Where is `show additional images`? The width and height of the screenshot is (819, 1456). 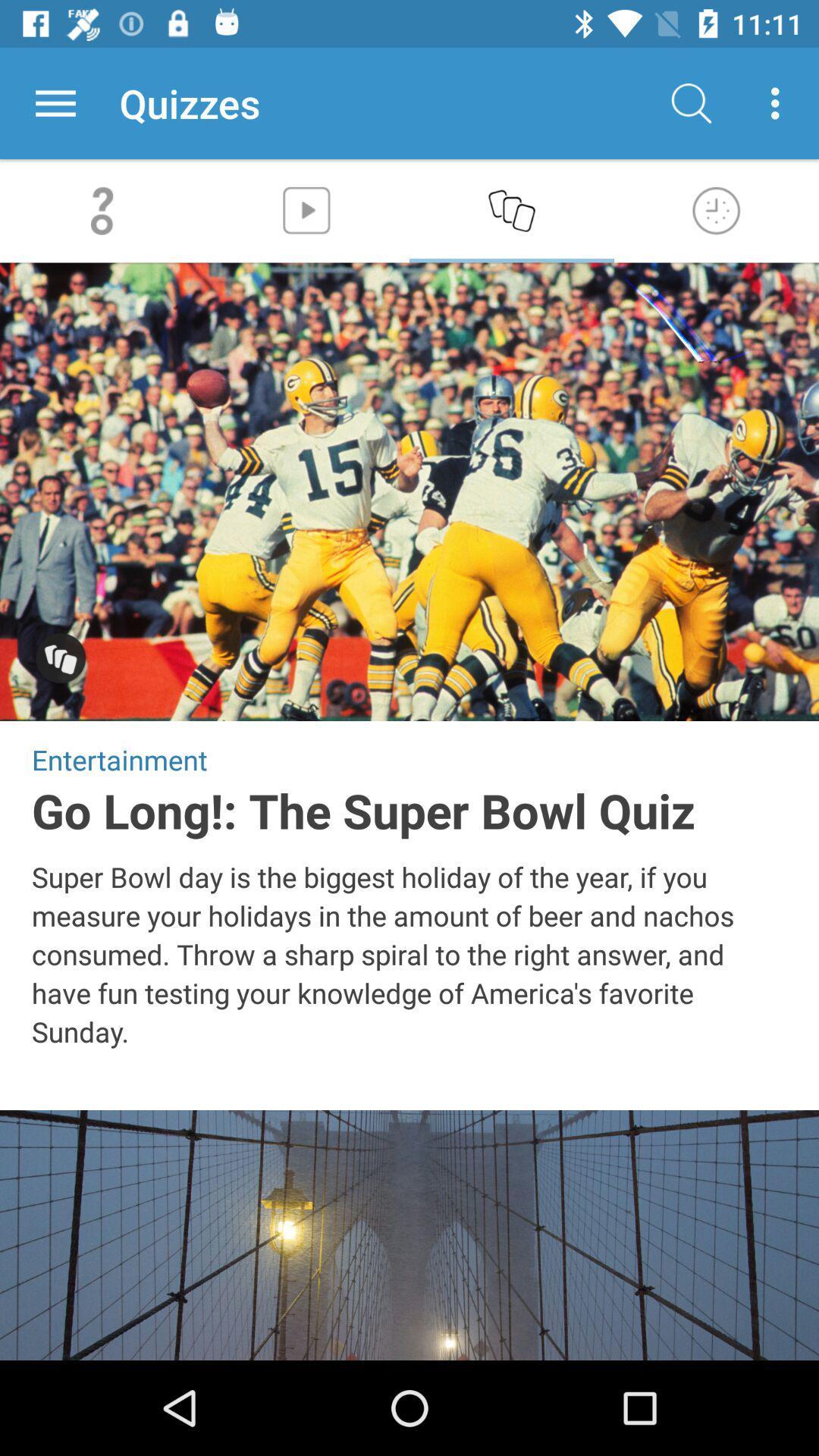
show additional images is located at coordinates (60, 660).